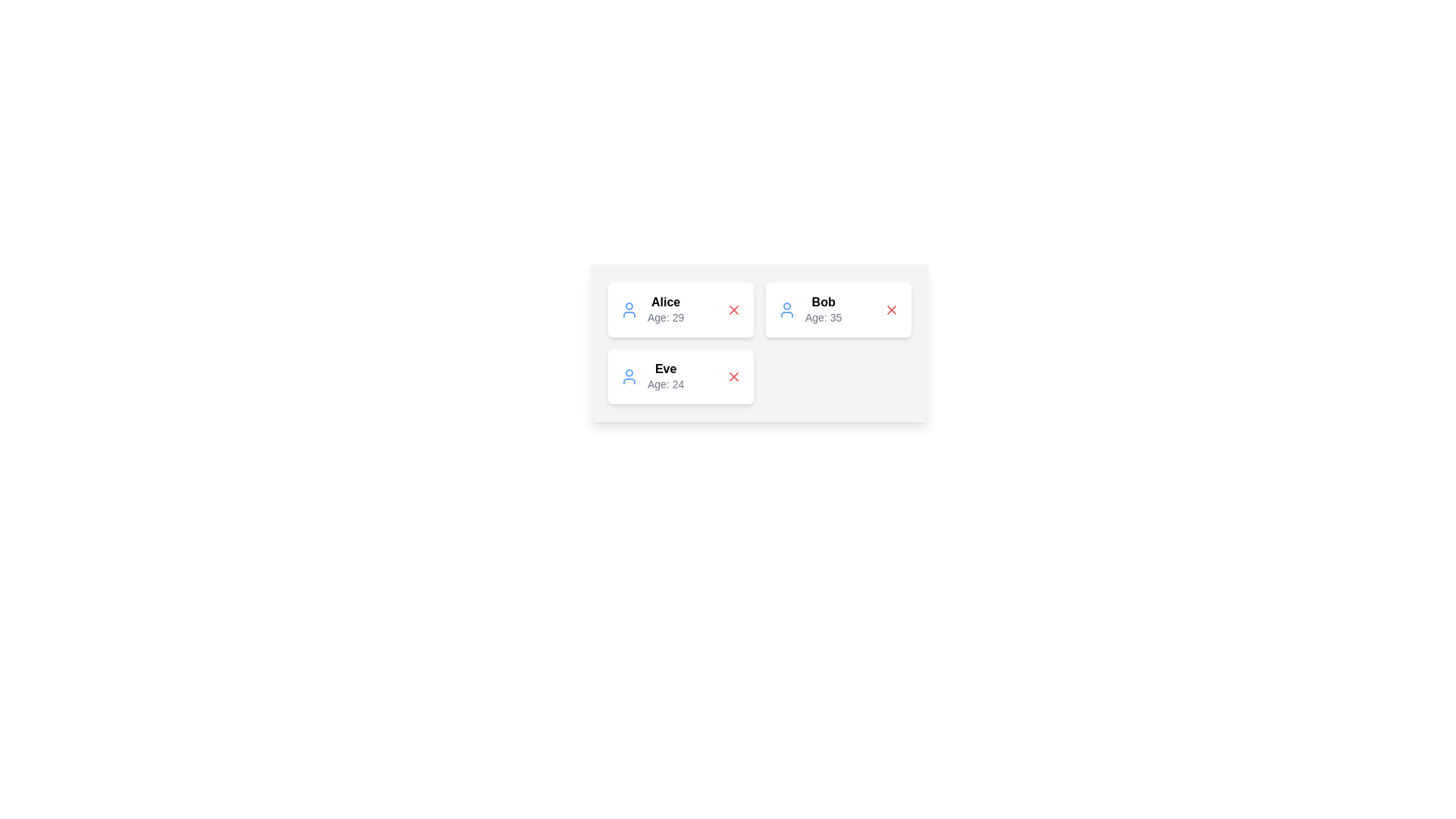  I want to click on the user icon for Eve, so click(629, 376).